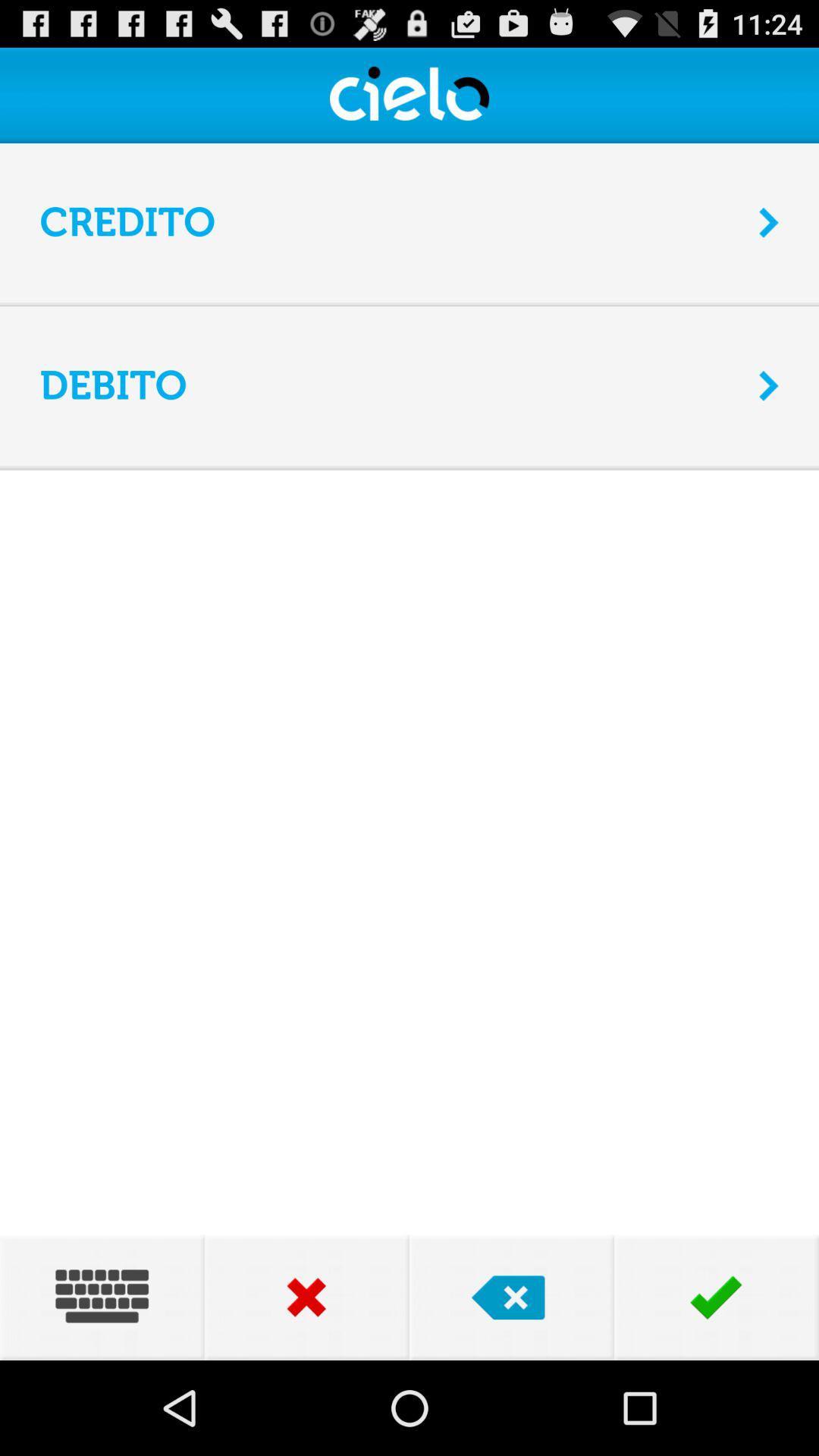 The width and height of the screenshot is (819, 1456). Describe the element at coordinates (409, 466) in the screenshot. I see `the app below debito icon` at that location.